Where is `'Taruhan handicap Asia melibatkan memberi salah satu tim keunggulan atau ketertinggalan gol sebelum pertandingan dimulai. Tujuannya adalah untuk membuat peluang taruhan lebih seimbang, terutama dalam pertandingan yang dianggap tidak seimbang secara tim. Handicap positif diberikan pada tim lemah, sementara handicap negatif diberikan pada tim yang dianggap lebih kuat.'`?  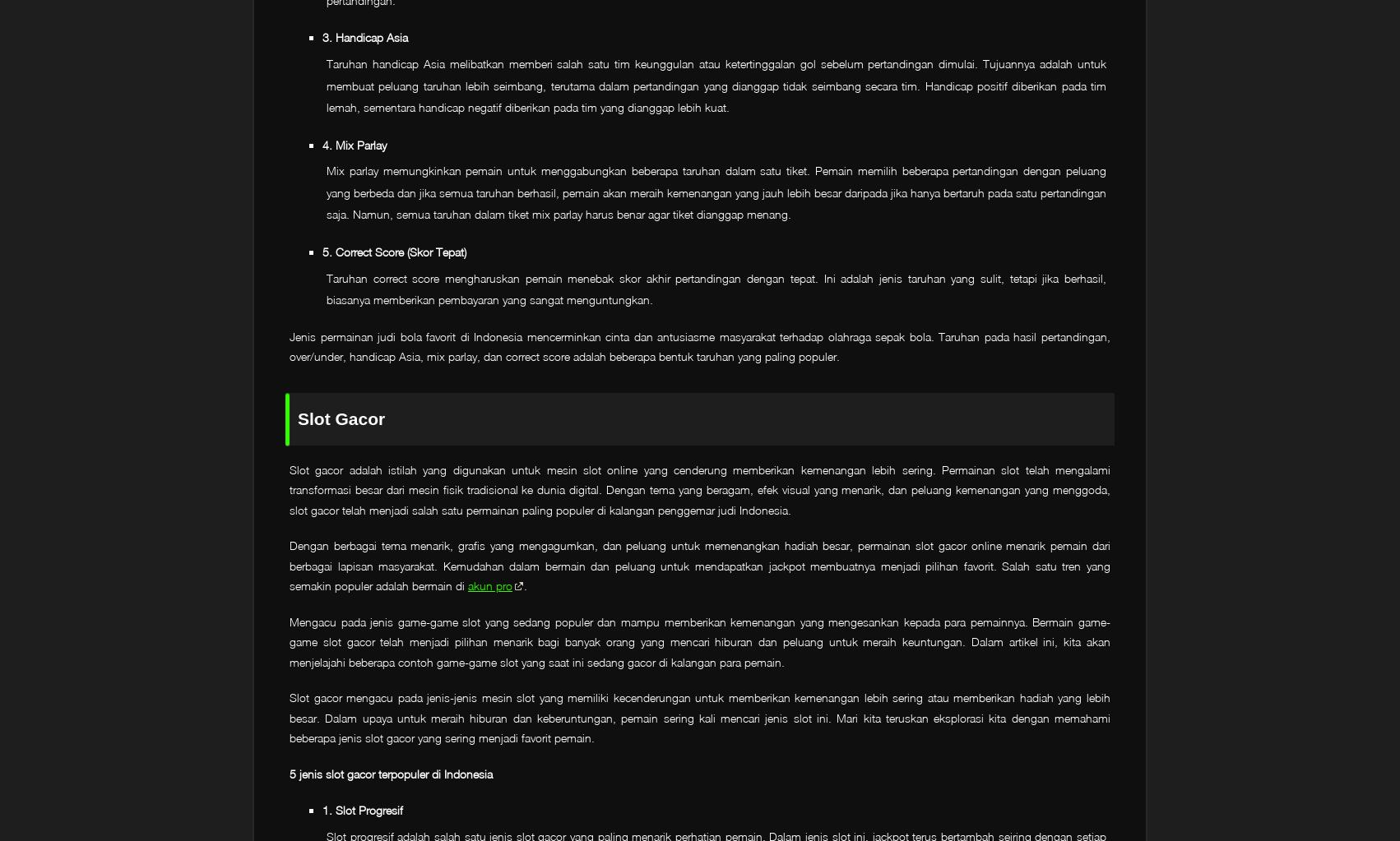
'Taruhan handicap Asia melibatkan memberi salah satu tim keunggulan atau ketertinggalan gol sebelum pertandingan dimulai. Tujuannya adalah untuk membuat peluang taruhan lebih seimbang, terutama dalam pertandingan yang dianggap tidak seimbang secara tim. Handicap positif diberikan pada tim lemah, sementara handicap negatif diberikan pada tim yang dianggap lebih kuat.' is located at coordinates (716, 85).